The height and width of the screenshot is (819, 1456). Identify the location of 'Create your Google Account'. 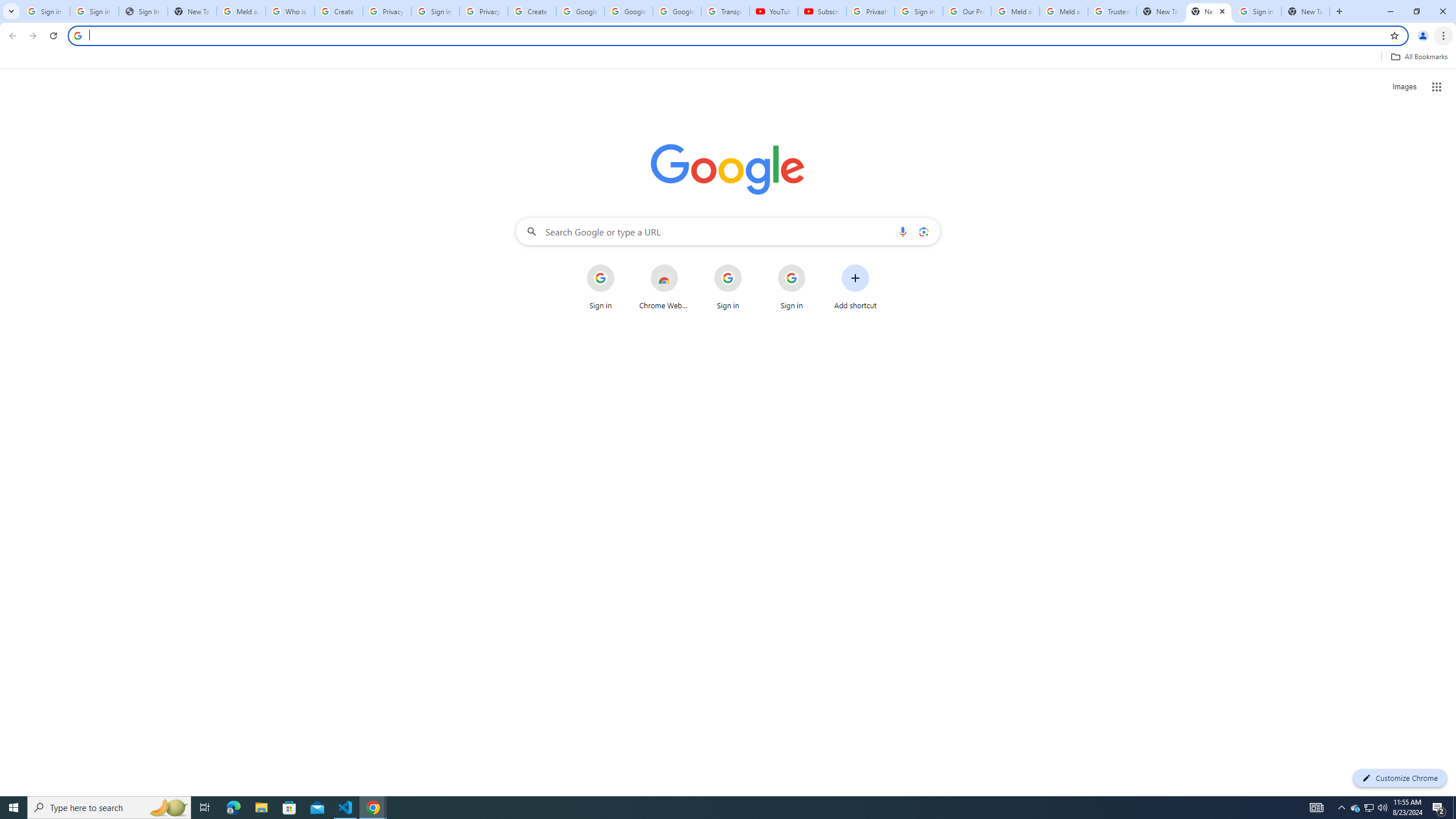
(531, 11).